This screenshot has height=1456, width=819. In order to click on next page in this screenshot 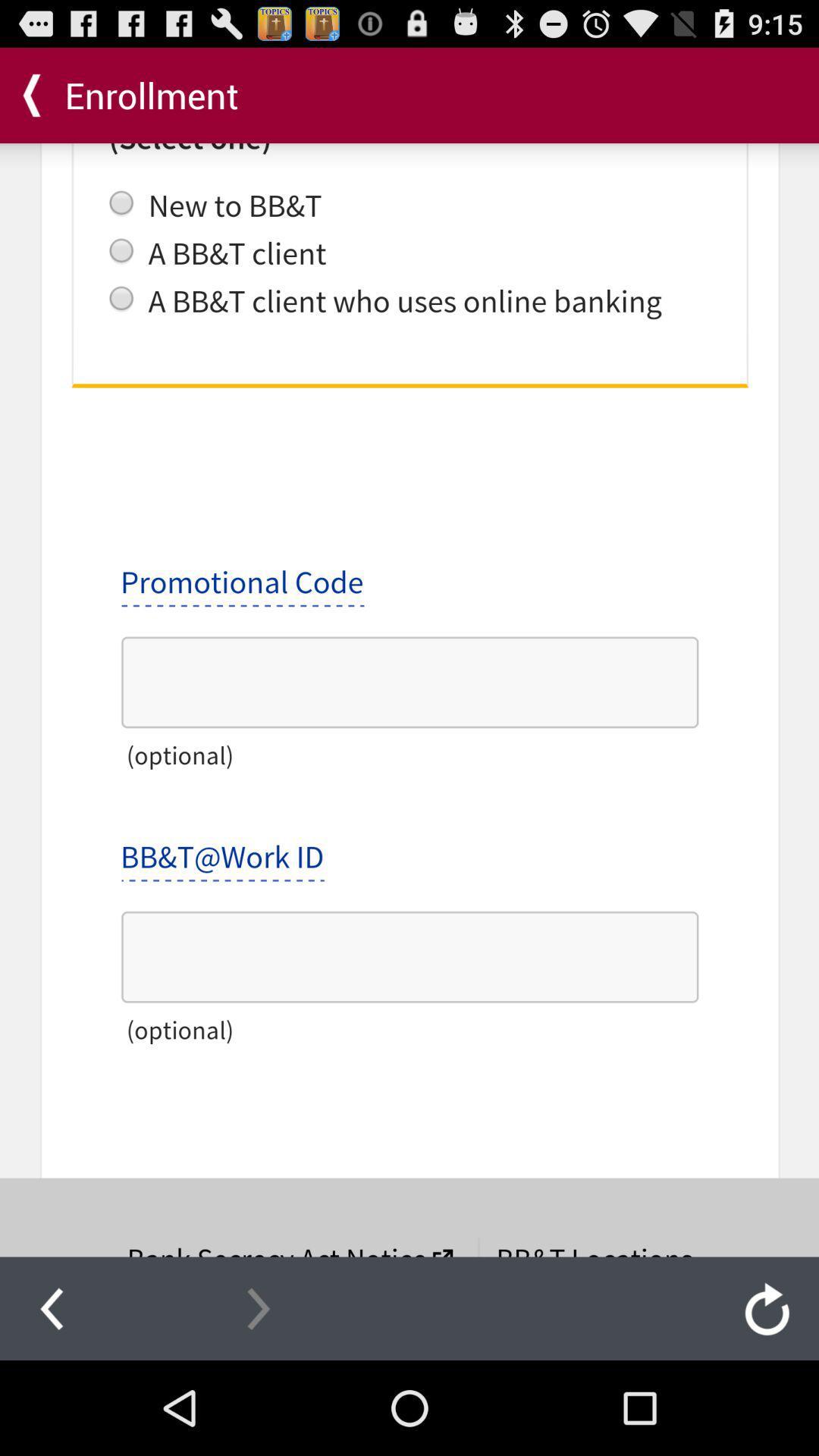, I will do `click(258, 1307)`.